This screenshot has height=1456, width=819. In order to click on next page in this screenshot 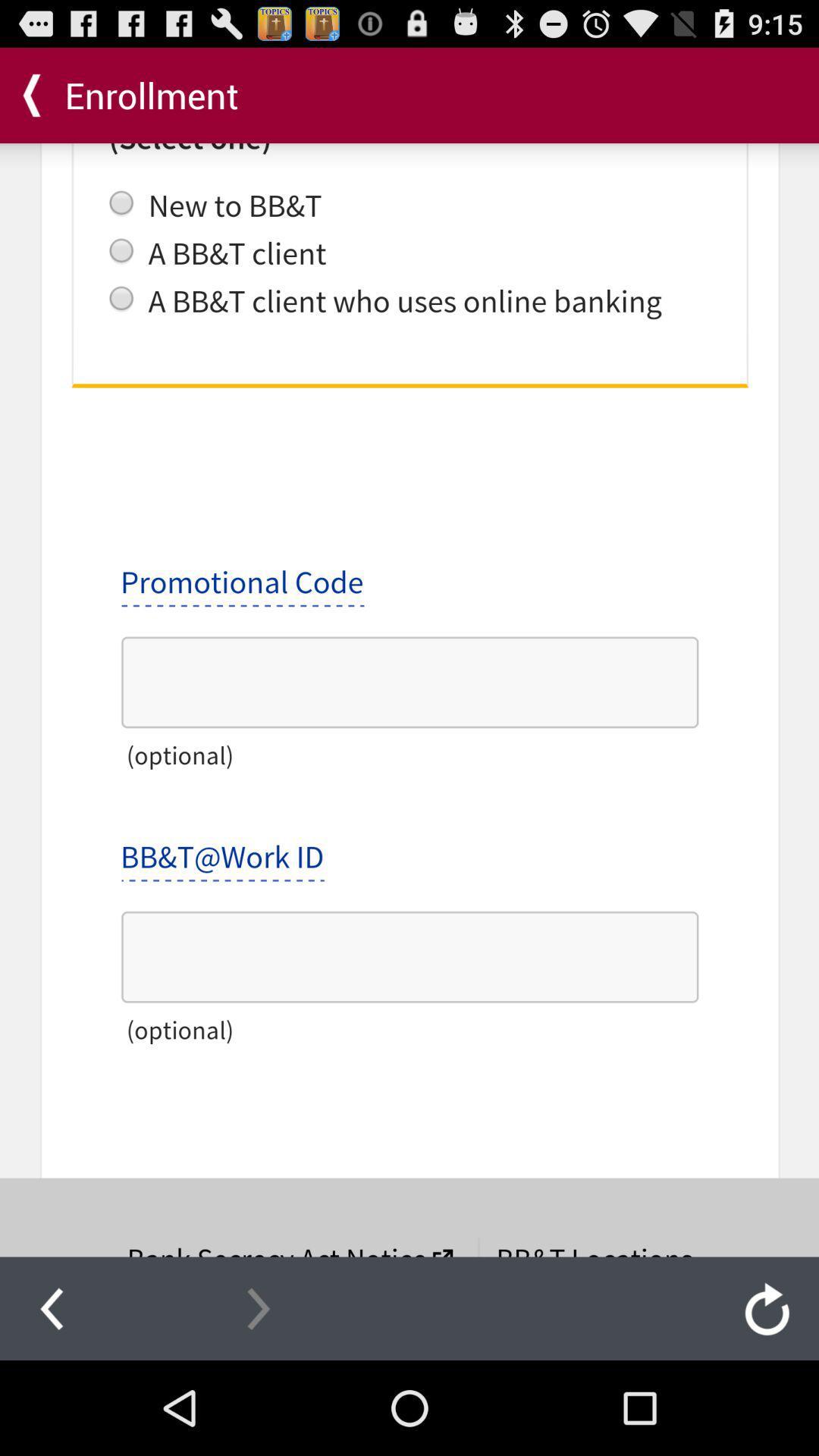, I will do `click(258, 1307)`.